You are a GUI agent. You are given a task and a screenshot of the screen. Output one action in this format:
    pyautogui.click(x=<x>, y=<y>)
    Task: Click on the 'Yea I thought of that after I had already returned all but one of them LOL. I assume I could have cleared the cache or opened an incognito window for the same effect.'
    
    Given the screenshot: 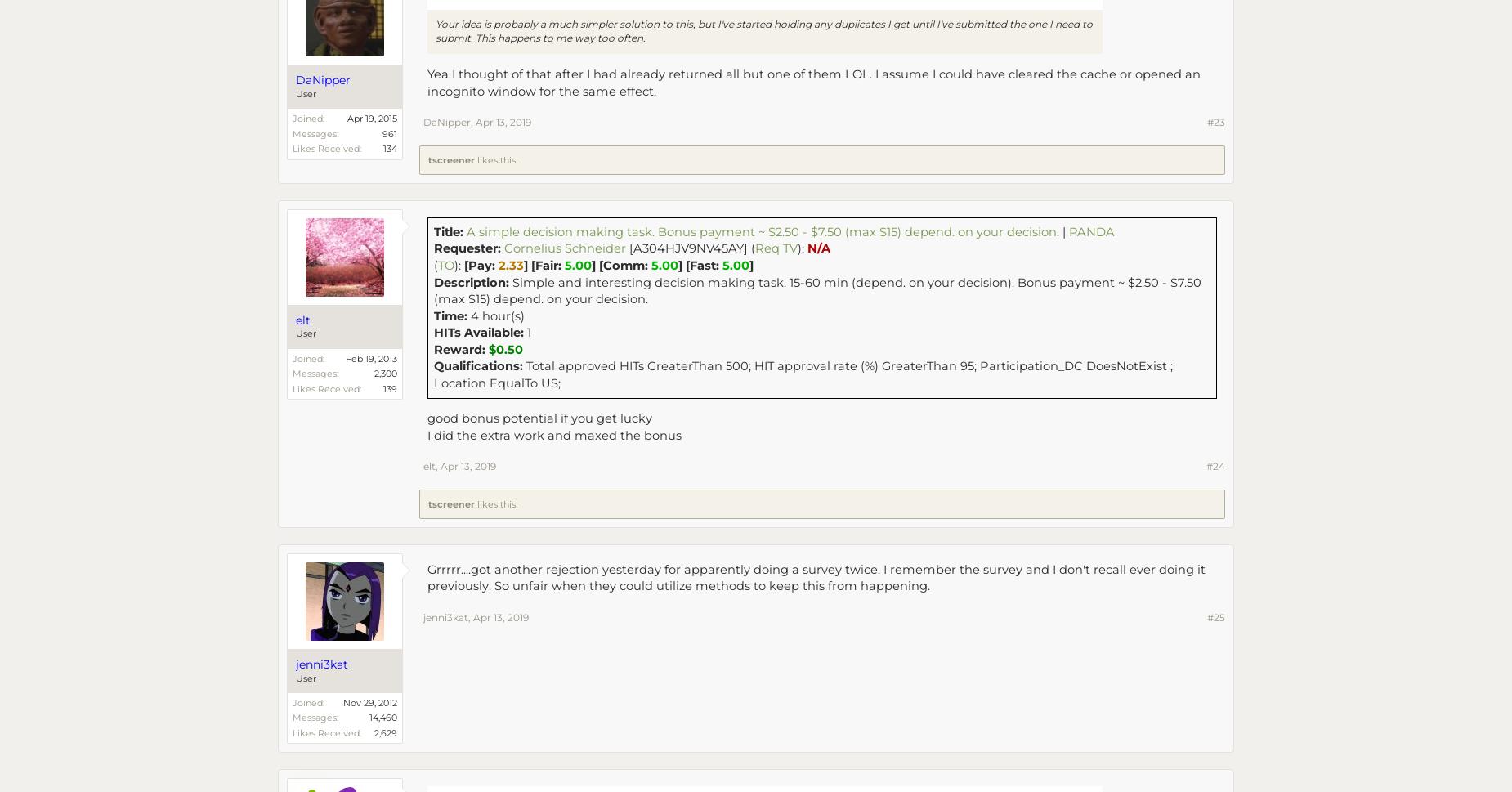 What is the action you would take?
    pyautogui.click(x=813, y=82)
    